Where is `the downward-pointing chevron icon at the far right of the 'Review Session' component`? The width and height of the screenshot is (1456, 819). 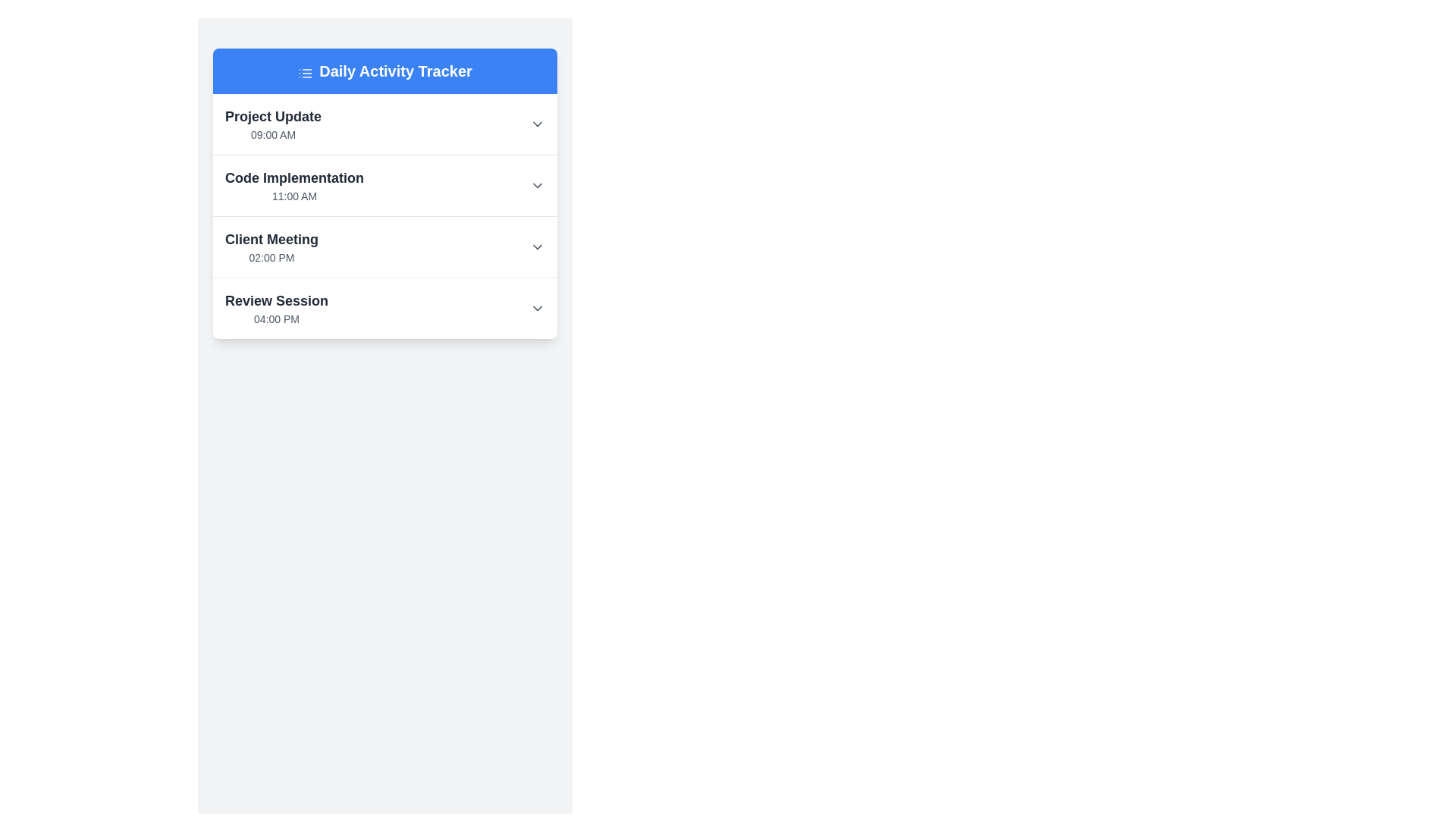 the downward-pointing chevron icon at the far right of the 'Review Session' component is located at coordinates (538, 308).